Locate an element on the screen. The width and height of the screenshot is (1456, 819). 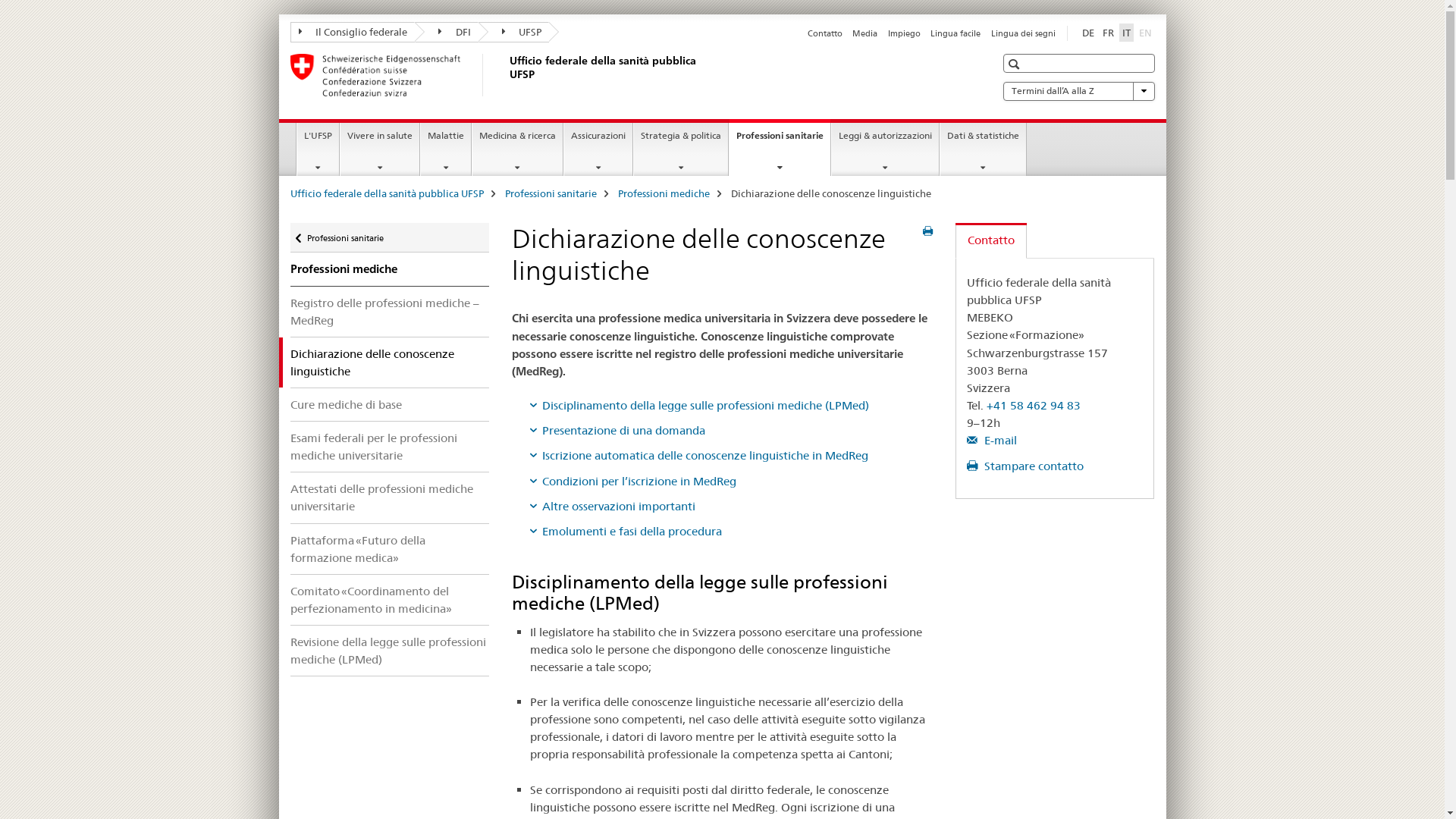
'Professioni sanitarie' is located at coordinates (550, 192).